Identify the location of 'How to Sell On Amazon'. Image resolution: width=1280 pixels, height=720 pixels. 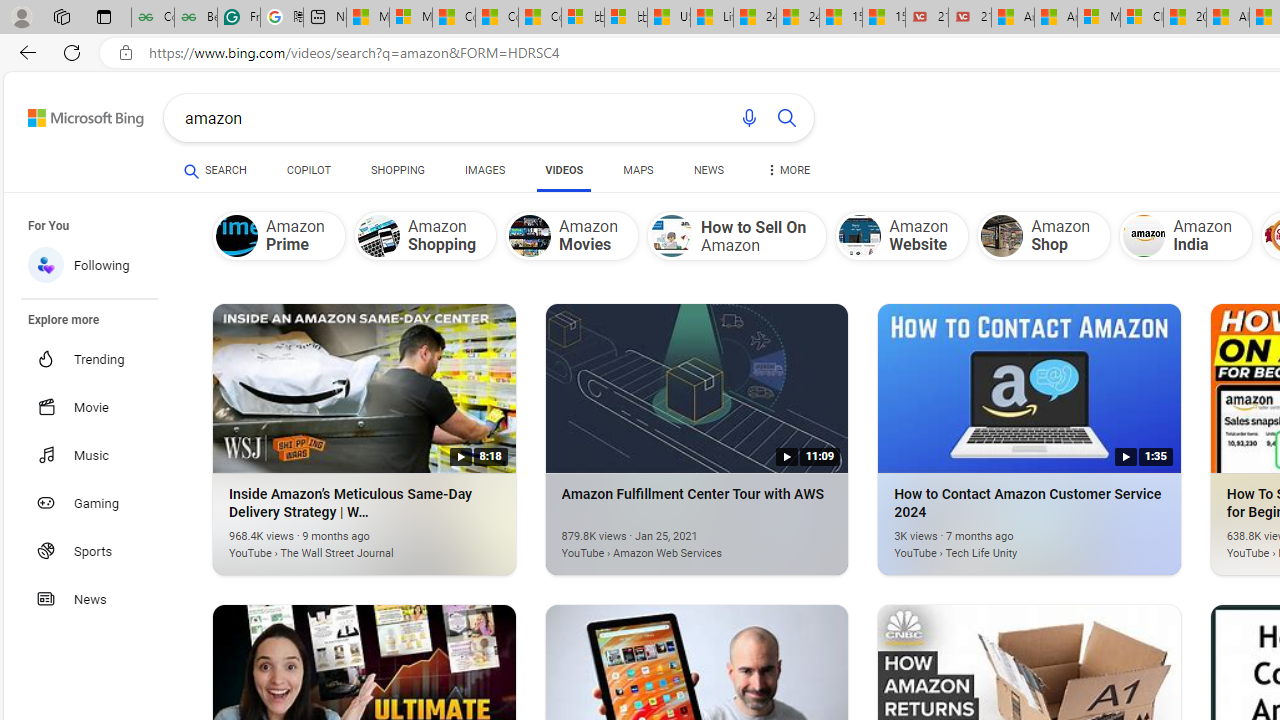
(672, 235).